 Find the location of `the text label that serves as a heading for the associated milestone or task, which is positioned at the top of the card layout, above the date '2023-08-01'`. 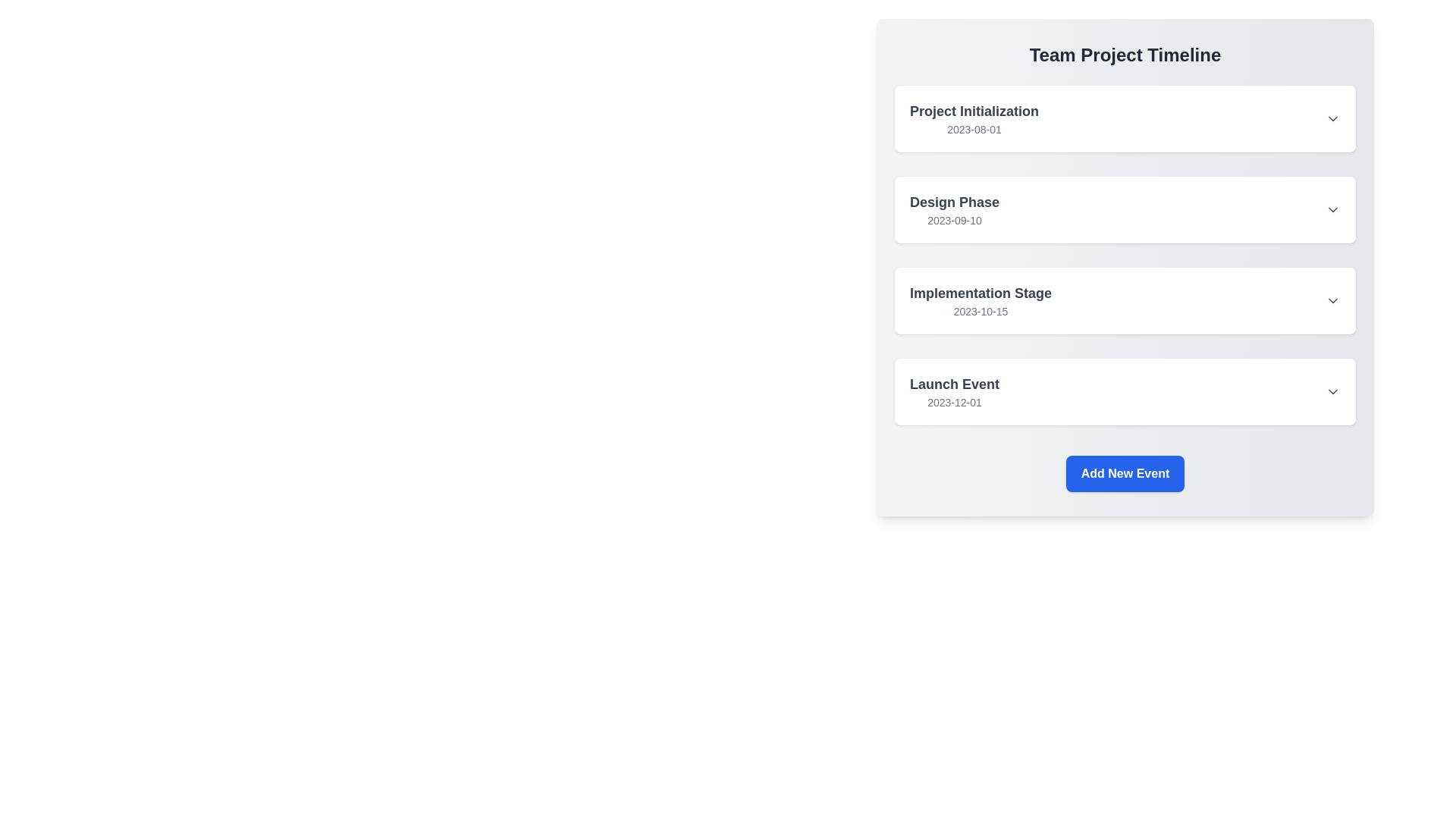

the text label that serves as a heading for the associated milestone or task, which is positioned at the top of the card layout, above the date '2023-08-01' is located at coordinates (974, 110).